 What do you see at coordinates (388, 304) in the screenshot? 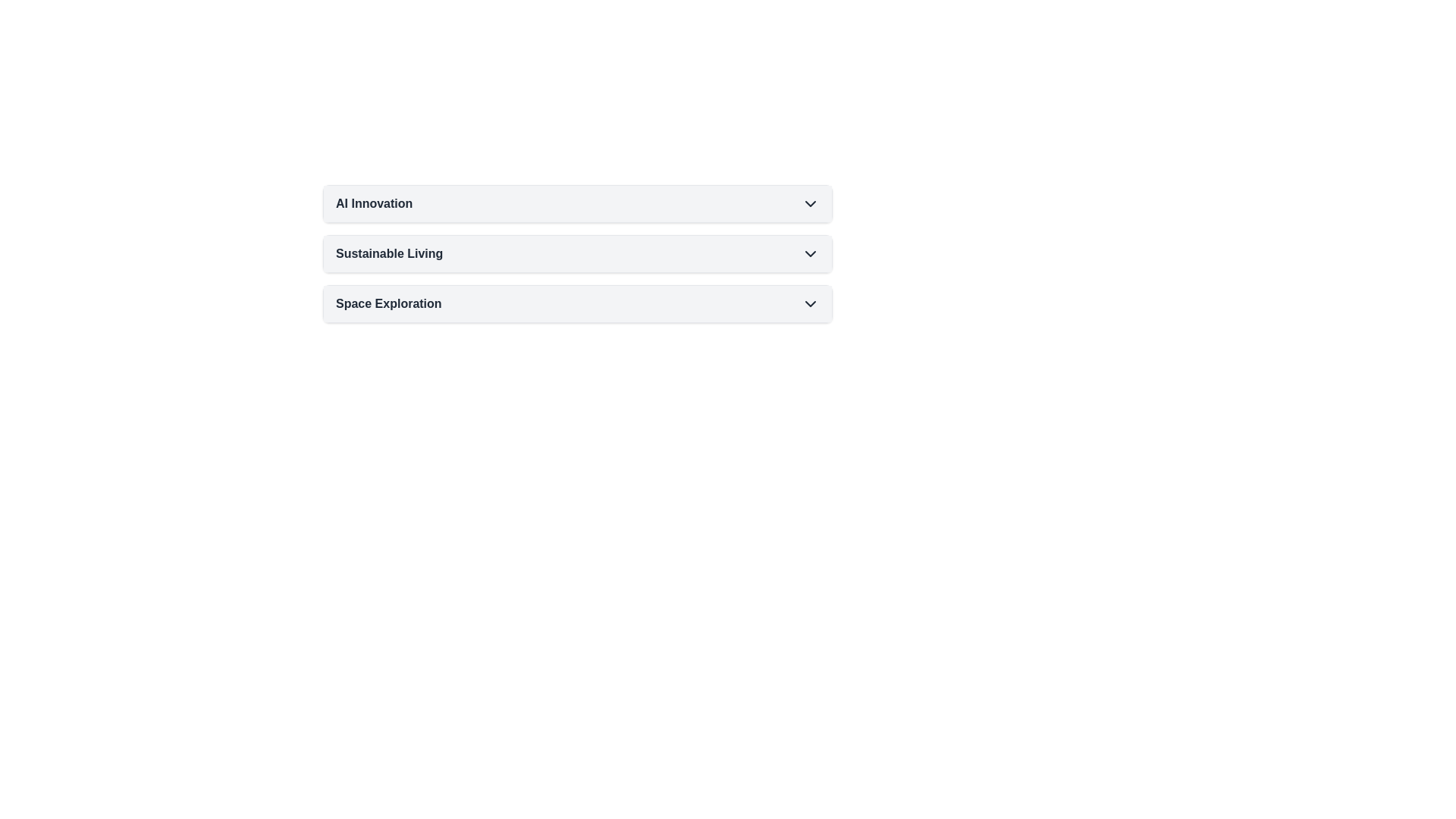
I see `the text label that reads 'Space Exploration', which is styled with a dark font and positioned on the left side within its containing bar element` at bounding box center [388, 304].